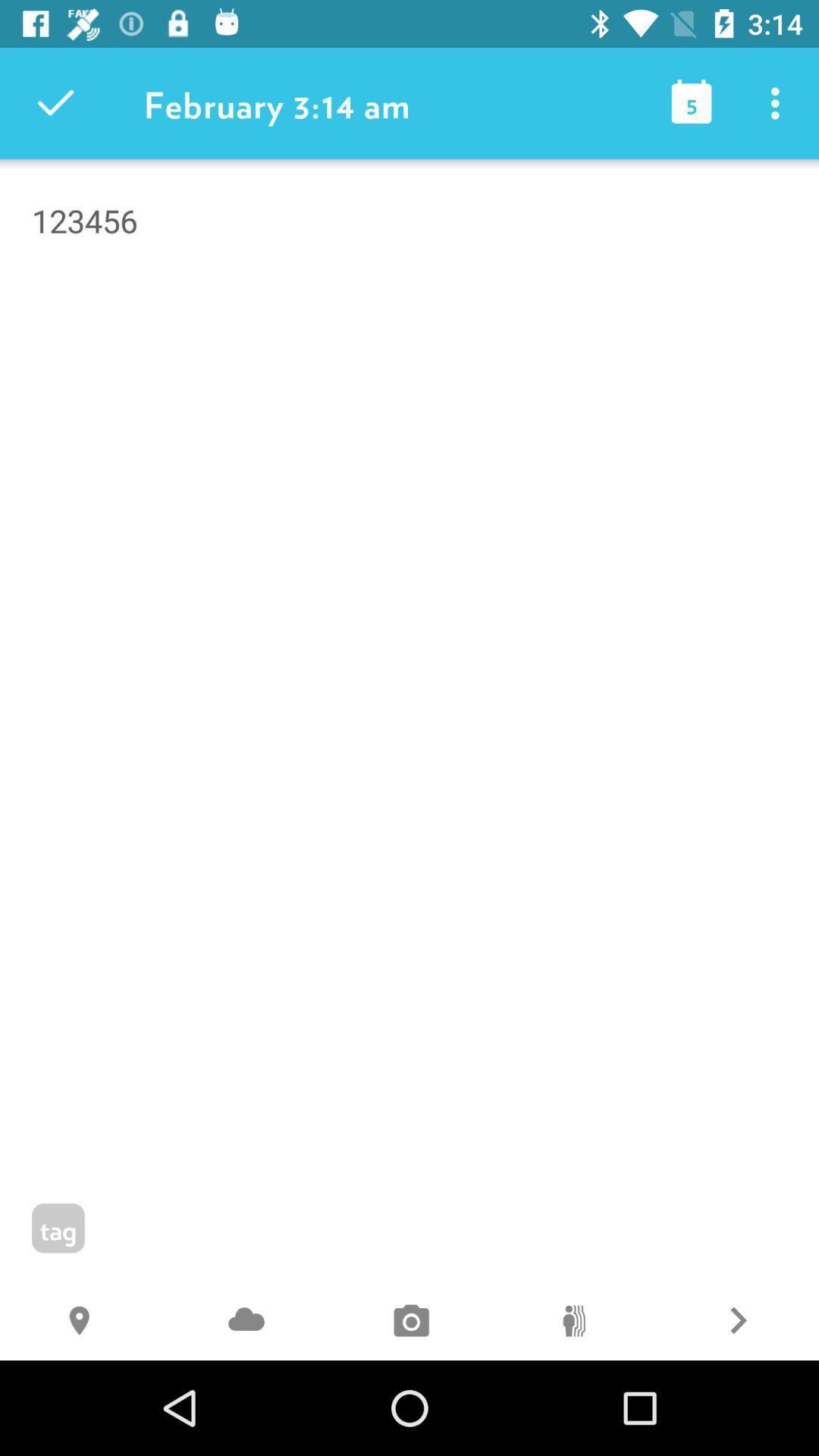 This screenshot has height=1456, width=819. What do you see at coordinates (82, 1322) in the screenshot?
I see `the h` at bounding box center [82, 1322].